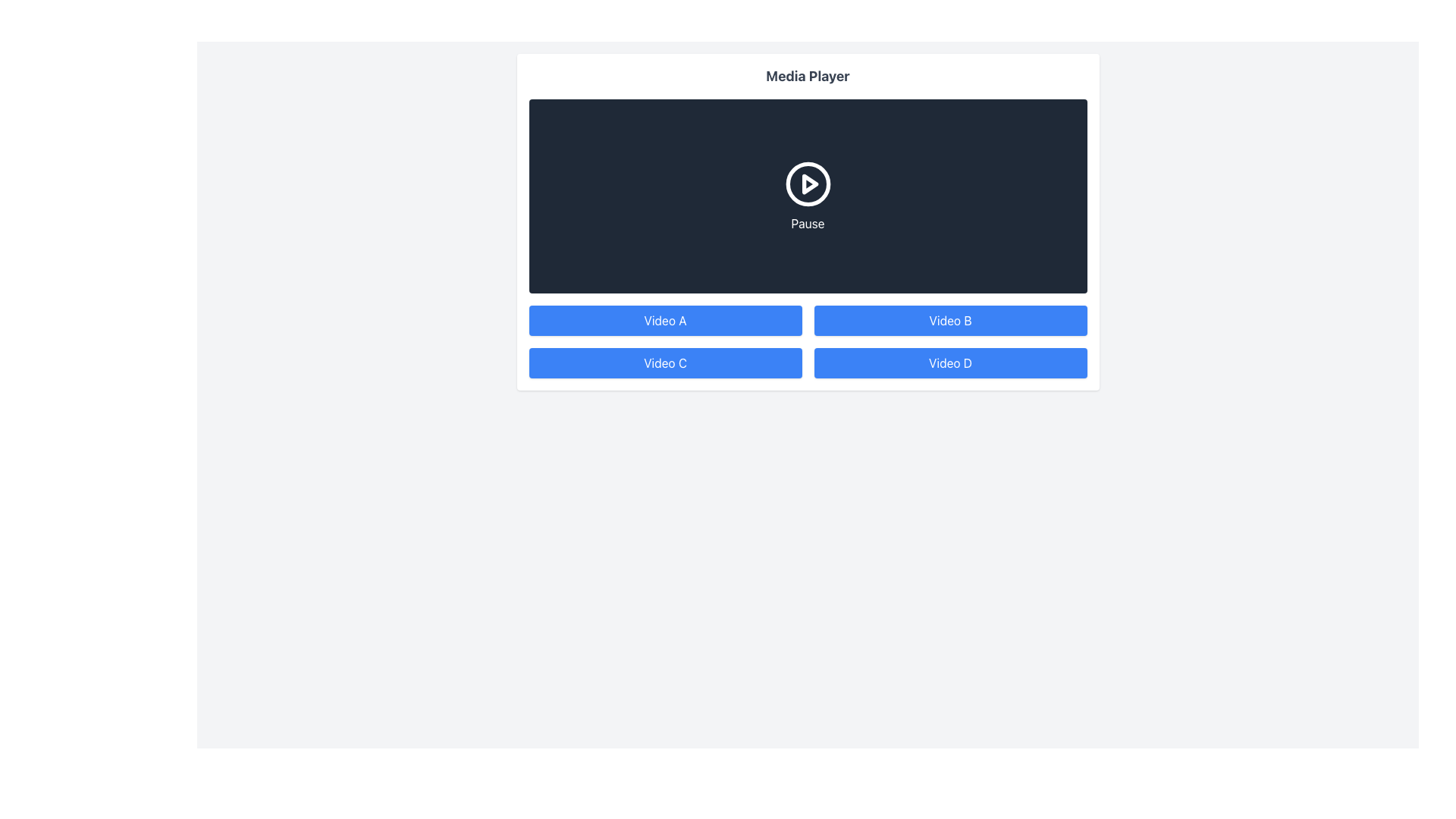 The image size is (1456, 819). I want to click on the circular outline that is styled as a ring with a moderate stroke-width, located in the center of the media player area, encompassing the play button graphic, so click(807, 184).